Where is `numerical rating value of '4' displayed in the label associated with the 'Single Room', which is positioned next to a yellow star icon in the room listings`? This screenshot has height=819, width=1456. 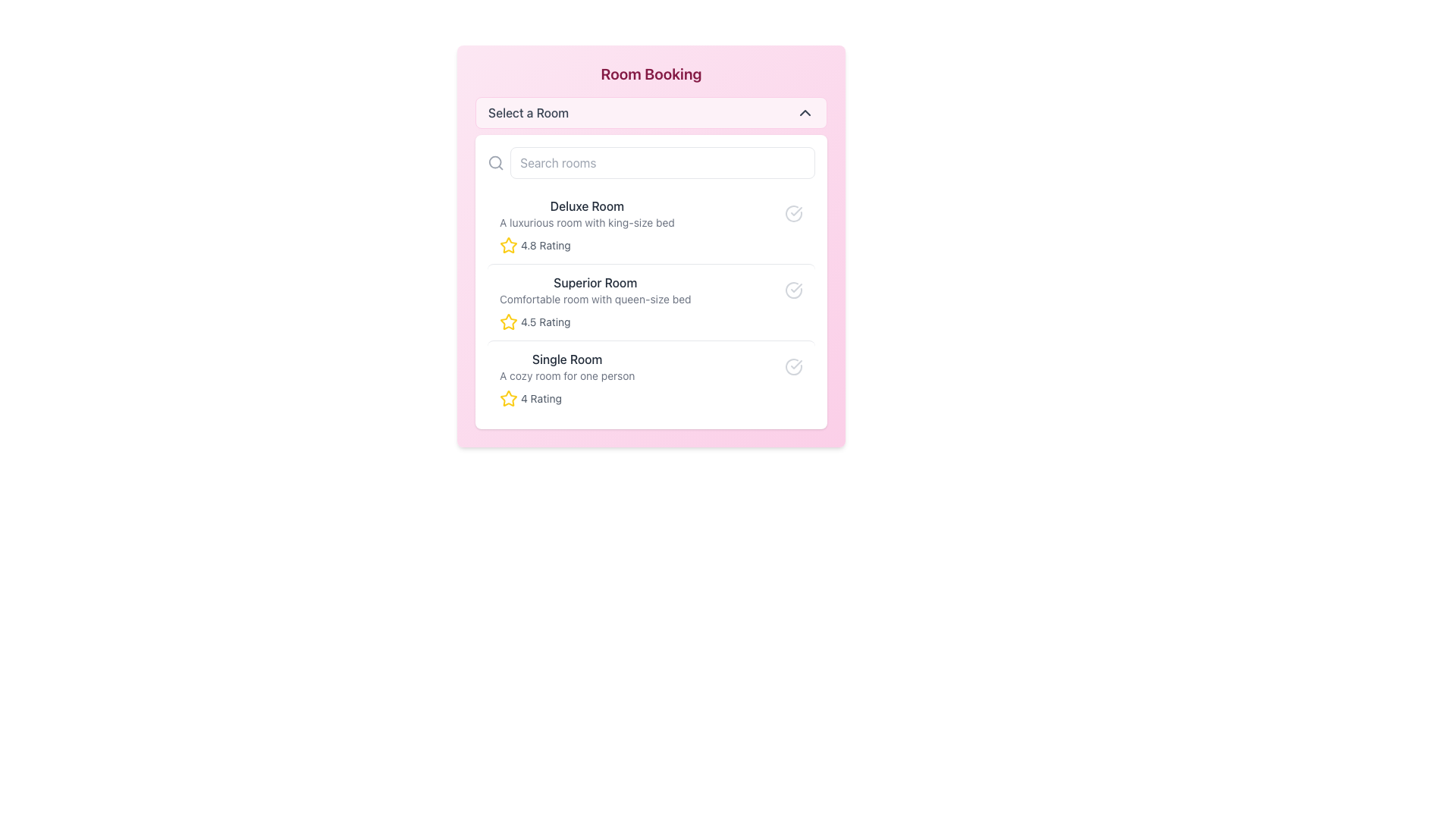 numerical rating value of '4' displayed in the label associated with the 'Single Room', which is positioned next to a yellow star icon in the room listings is located at coordinates (541, 397).